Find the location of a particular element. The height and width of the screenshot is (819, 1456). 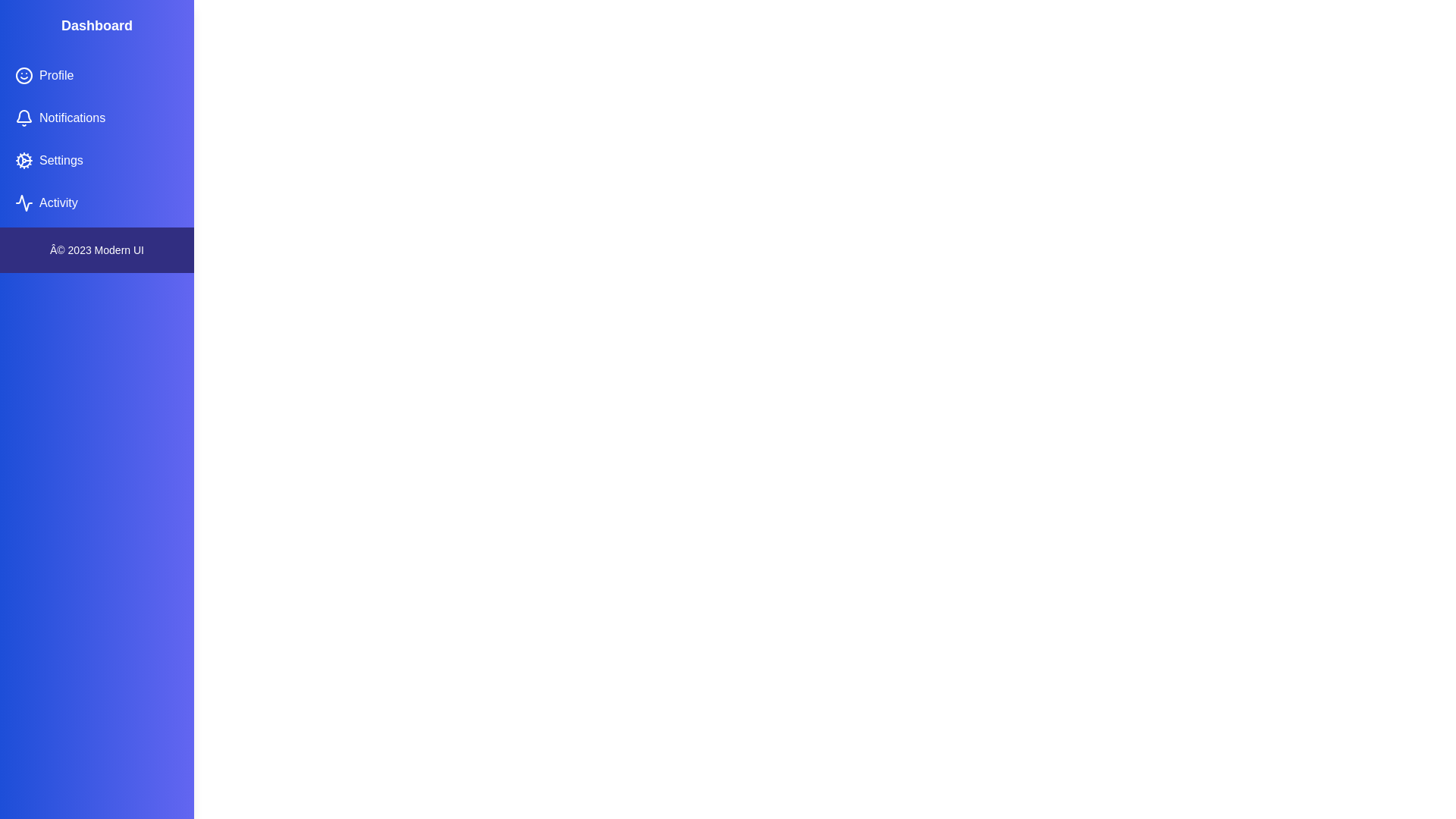

the navigation item Profile is located at coordinates (96, 76).